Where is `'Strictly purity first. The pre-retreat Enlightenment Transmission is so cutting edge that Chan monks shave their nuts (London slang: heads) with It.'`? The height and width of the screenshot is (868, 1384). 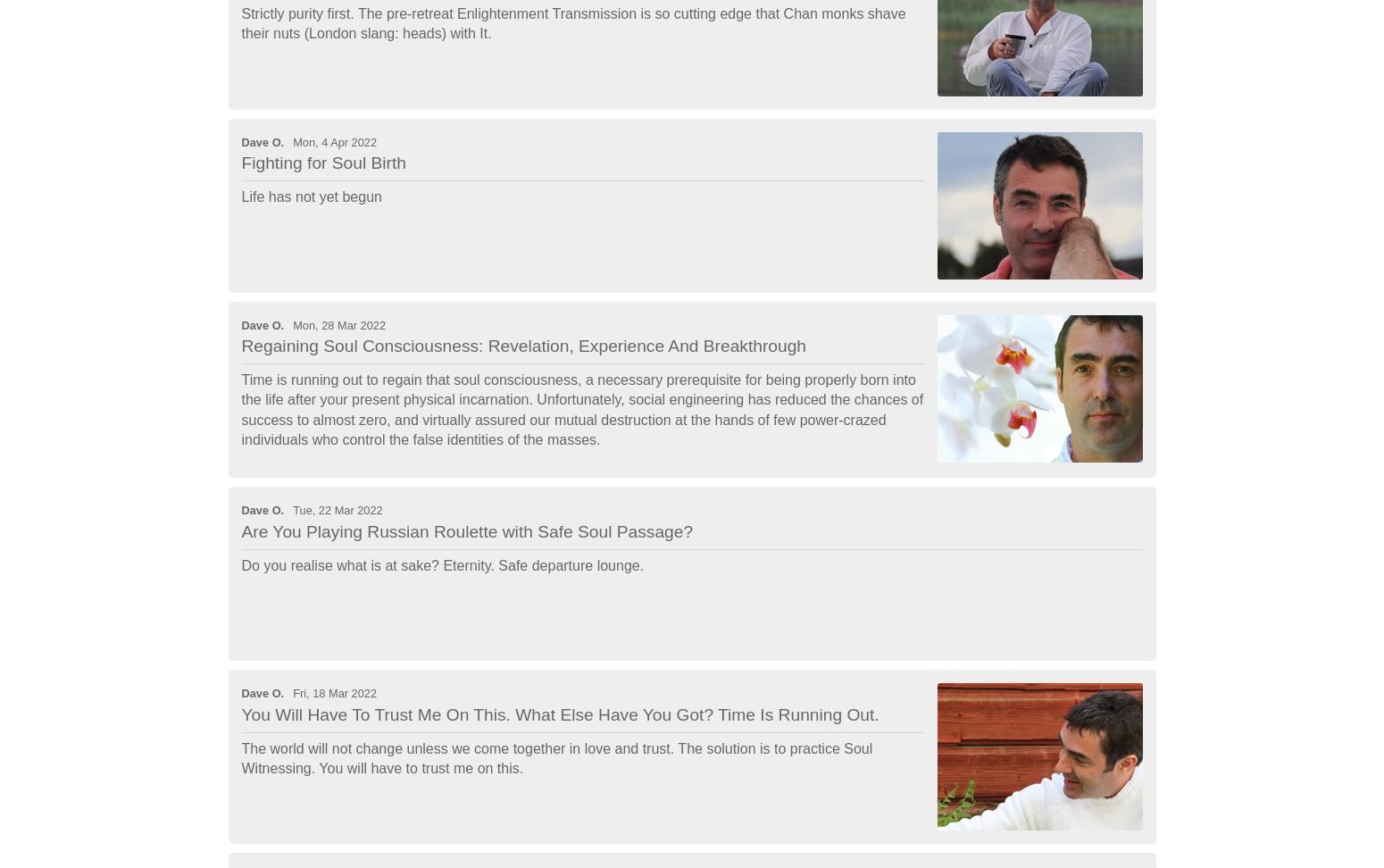
'Strictly purity first. The pre-retreat Enlightenment Transmission is so cutting edge that Chan monks shave their nuts (London slang: heads) with It.' is located at coordinates (241, 22).